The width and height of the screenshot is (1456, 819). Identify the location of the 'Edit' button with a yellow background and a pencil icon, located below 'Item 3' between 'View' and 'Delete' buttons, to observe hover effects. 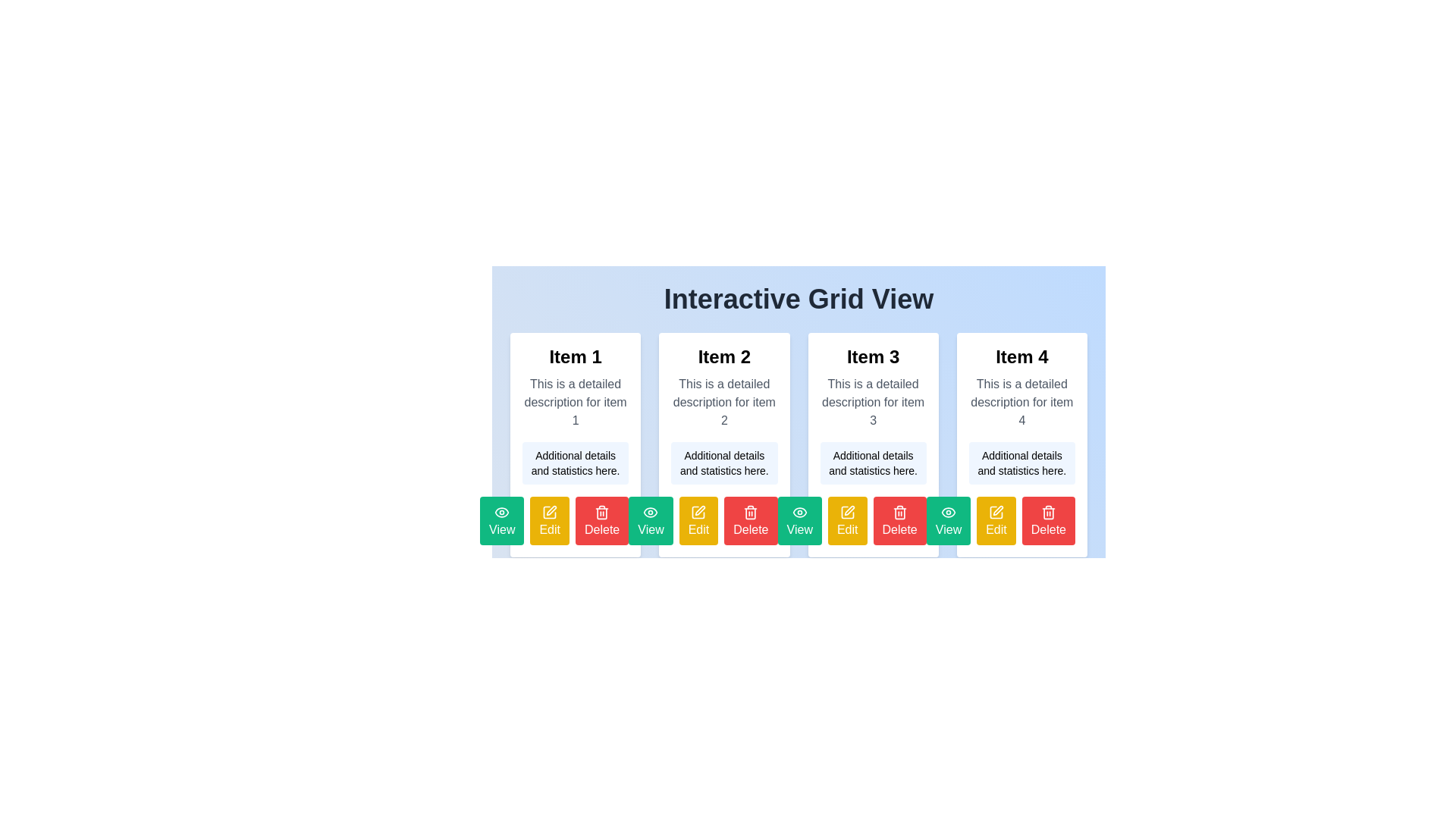
(846, 519).